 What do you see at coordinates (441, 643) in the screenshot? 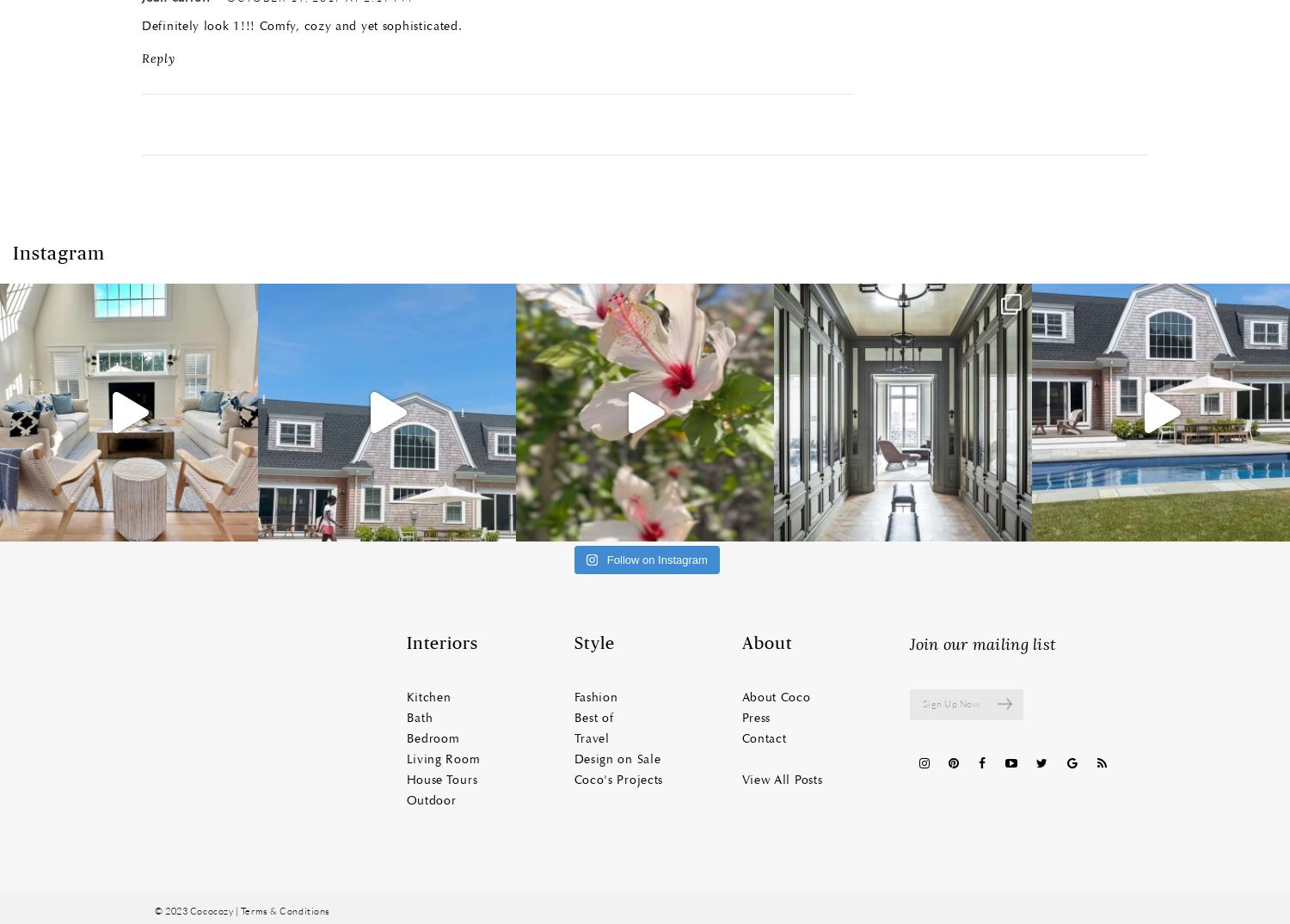
I see `'Interiors'` at bounding box center [441, 643].